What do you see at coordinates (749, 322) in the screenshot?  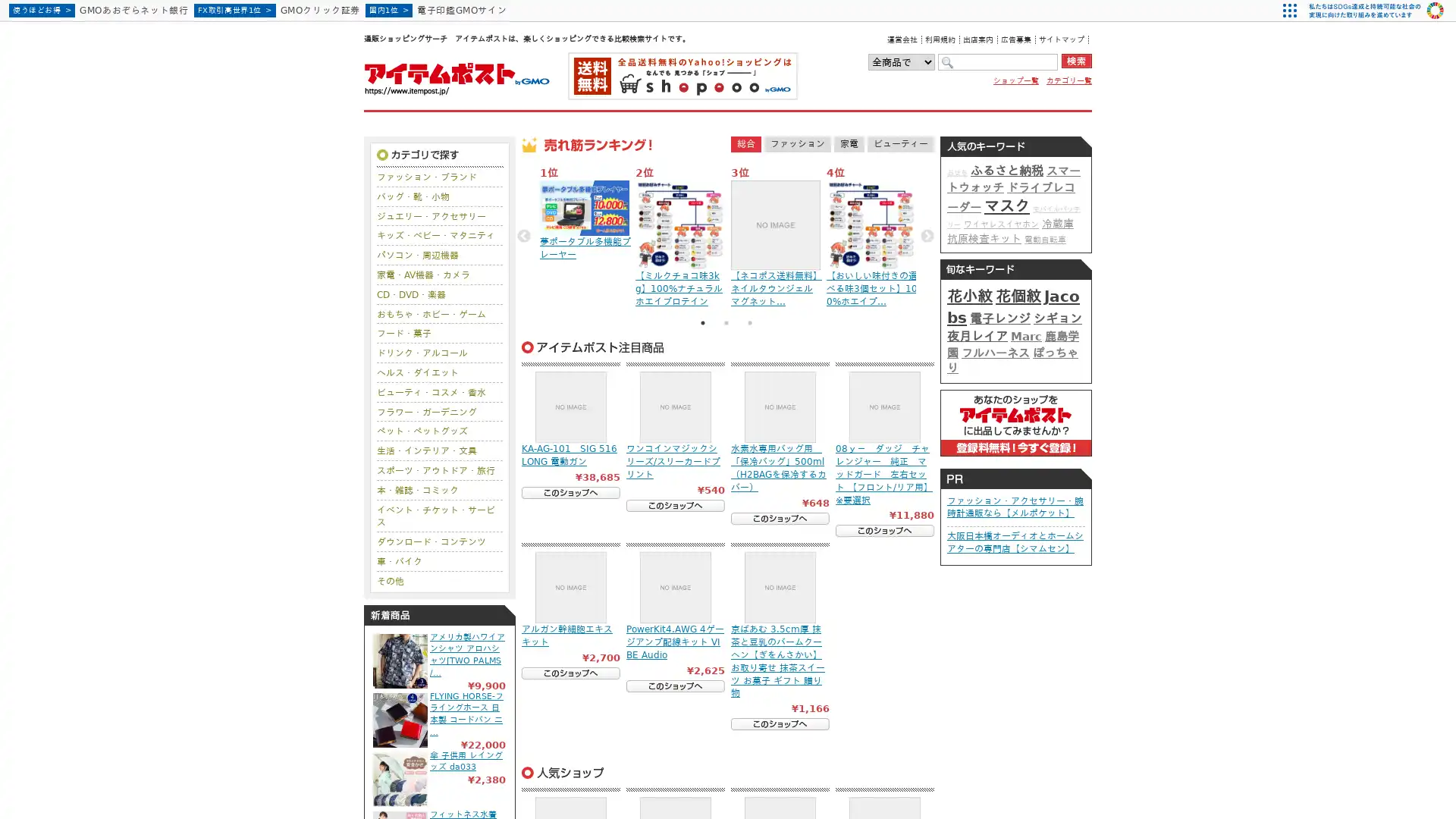 I see `3` at bounding box center [749, 322].